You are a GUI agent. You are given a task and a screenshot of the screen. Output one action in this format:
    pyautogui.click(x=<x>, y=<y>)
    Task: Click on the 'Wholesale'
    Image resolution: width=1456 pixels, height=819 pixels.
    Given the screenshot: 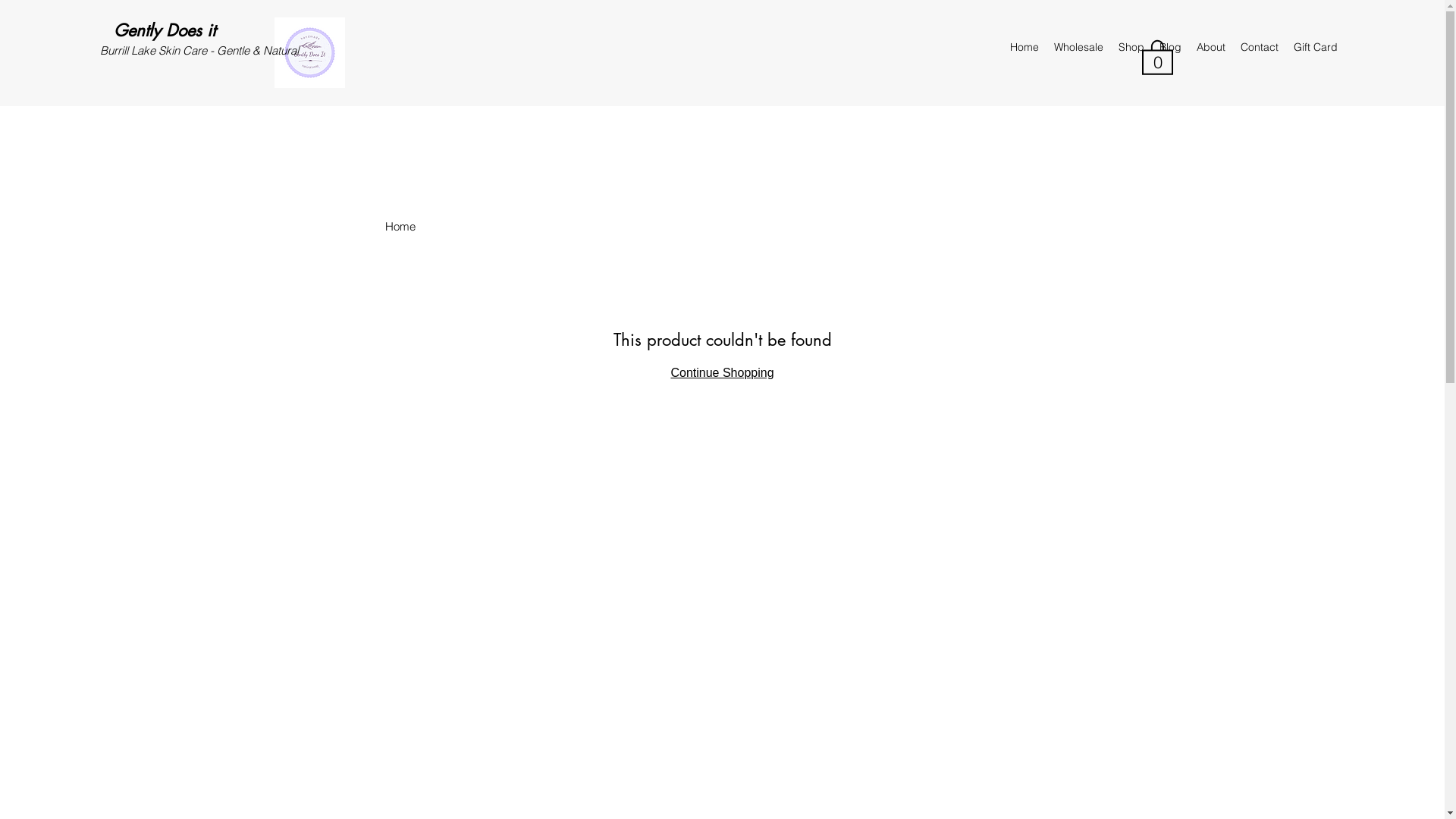 What is the action you would take?
    pyautogui.click(x=1078, y=45)
    